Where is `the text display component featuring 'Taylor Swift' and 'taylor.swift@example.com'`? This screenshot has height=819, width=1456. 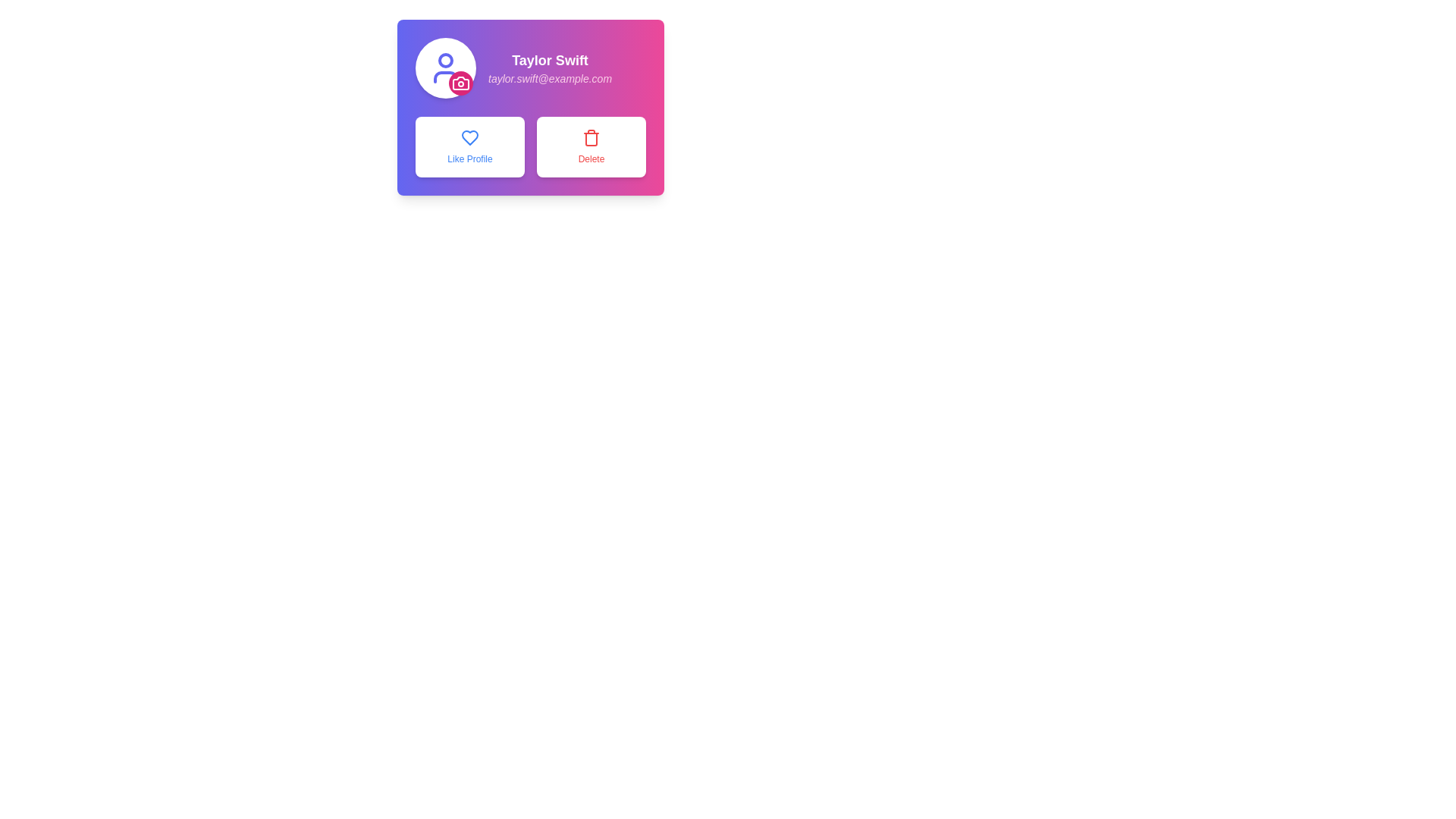 the text display component featuring 'Taylor Swift' and 'taylor.swift@example.com' is located at coordinates (531, 67).